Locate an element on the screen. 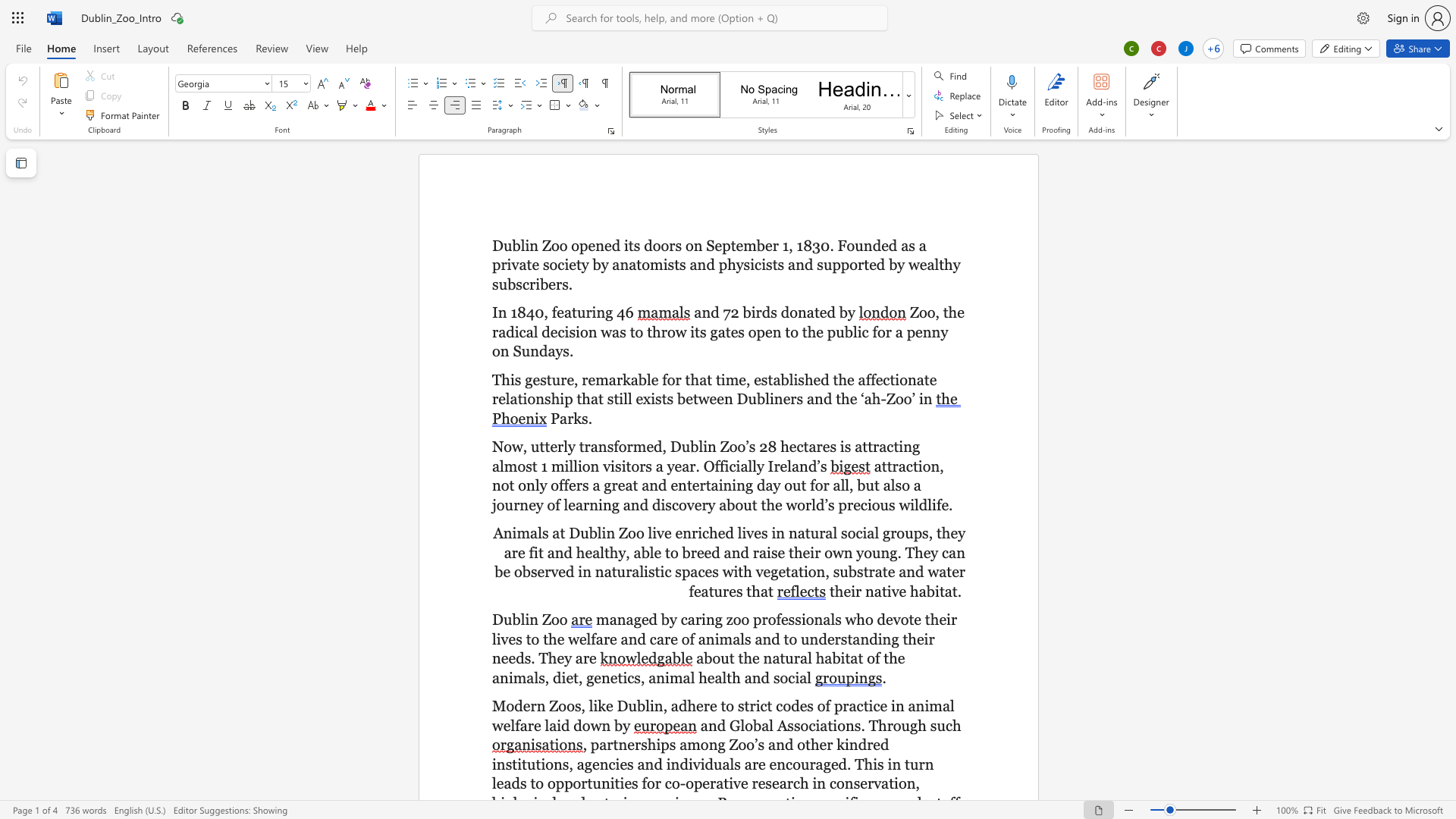 The height and width of the screenshot is (819, 1456). the space between the continuous character "o" and "o" in the text is located at coordinates (558, 620).